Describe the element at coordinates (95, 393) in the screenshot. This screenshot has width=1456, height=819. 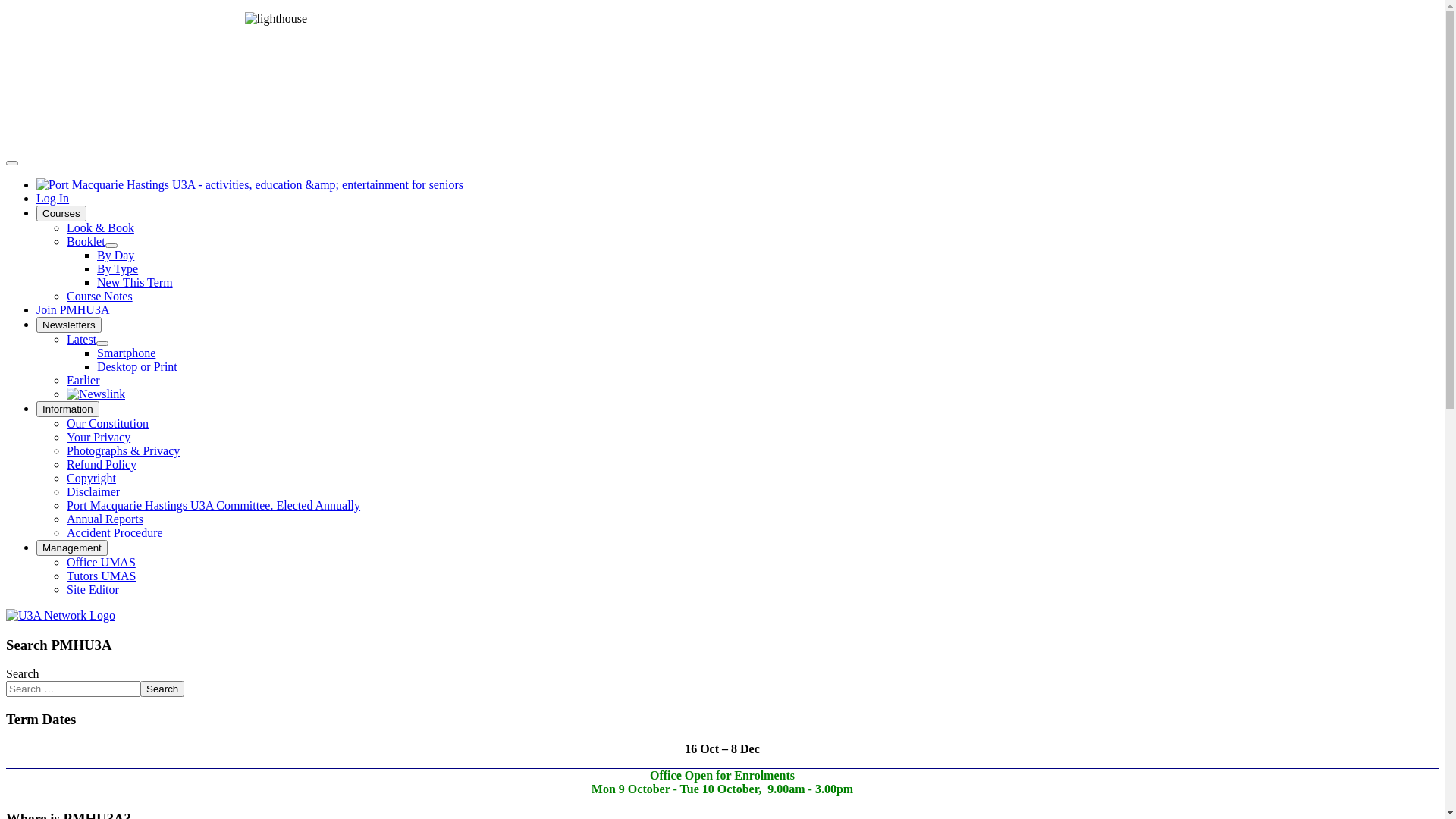
I see `'The newsletter of the NSW U3A'` at that location.